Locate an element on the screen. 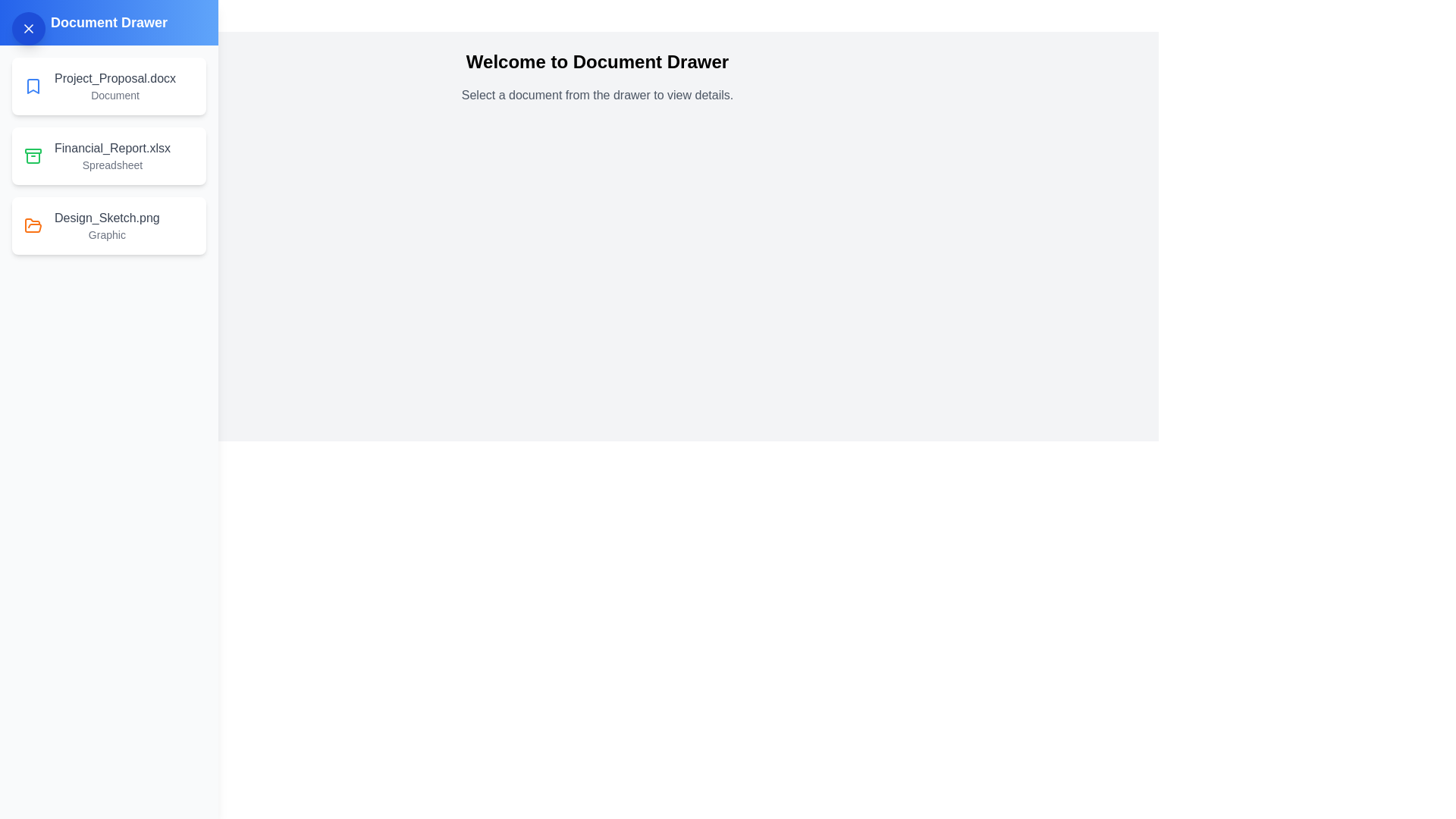  the header text 'Document Drawer' at the top of the drawer is located at coordinates (108, 23).